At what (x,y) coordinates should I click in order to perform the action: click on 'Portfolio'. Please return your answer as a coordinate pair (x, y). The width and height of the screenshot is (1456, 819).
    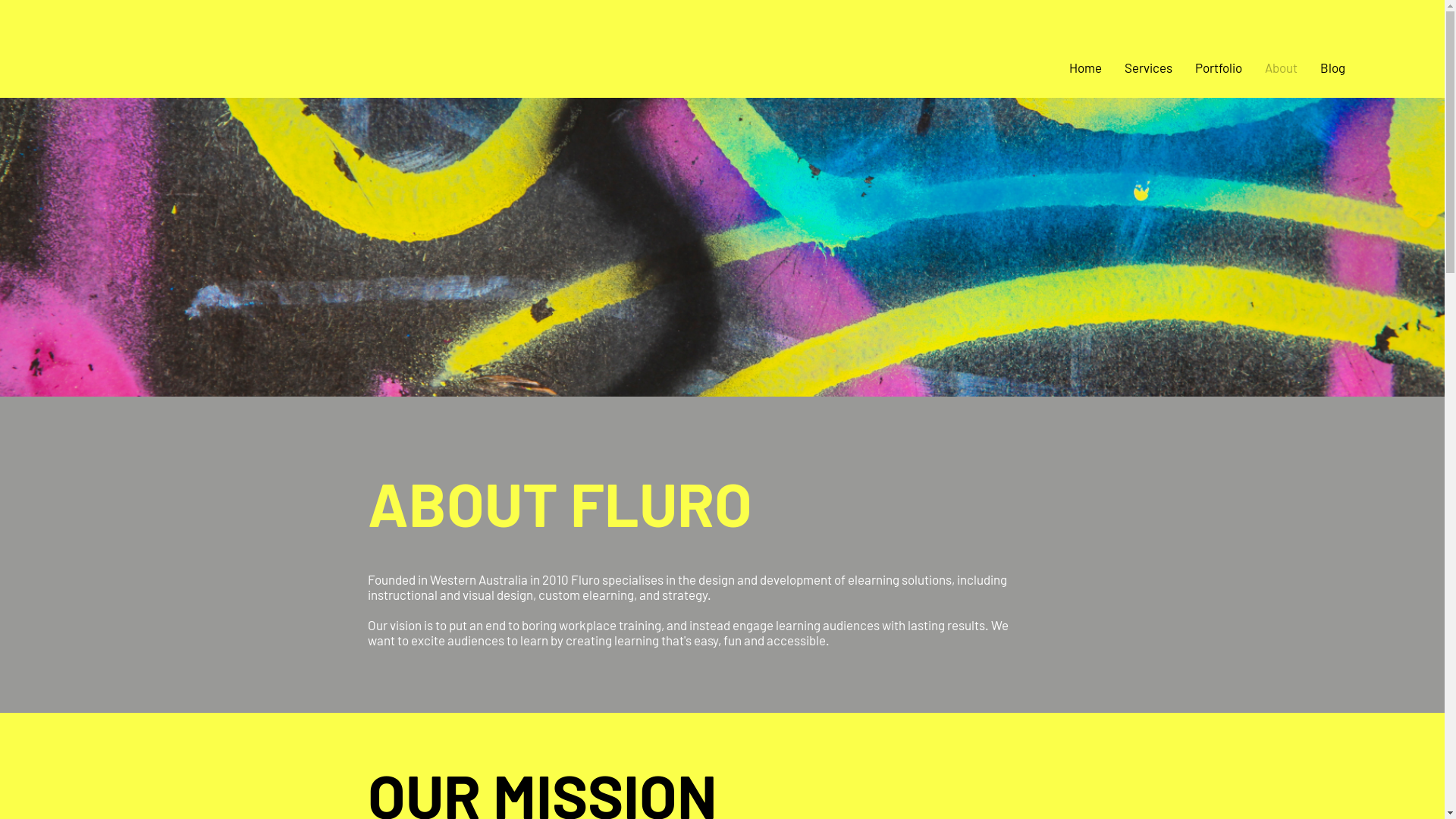
    Looking at the image, I should click on (1182, 66).